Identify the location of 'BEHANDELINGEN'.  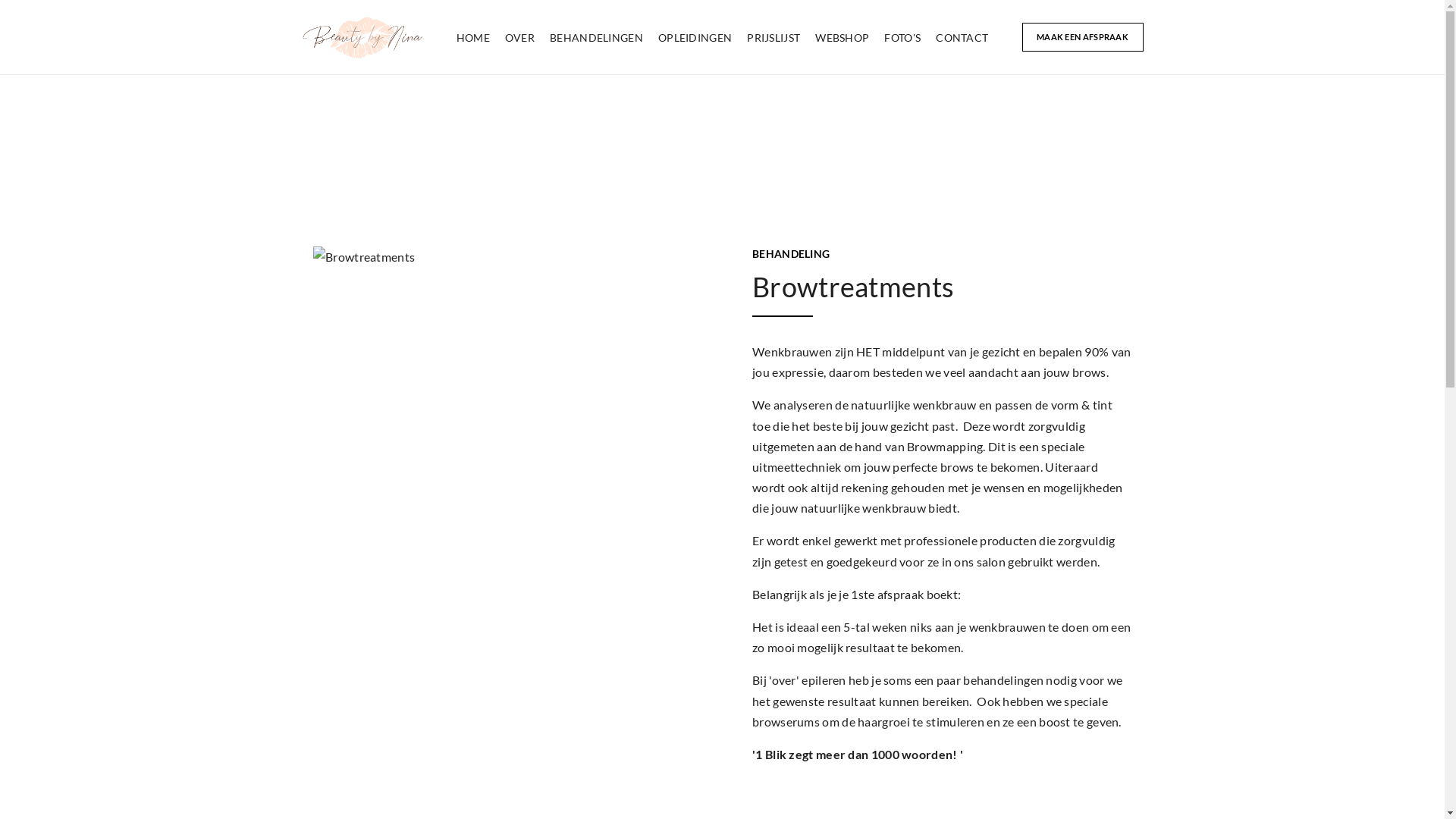
(595, 36).